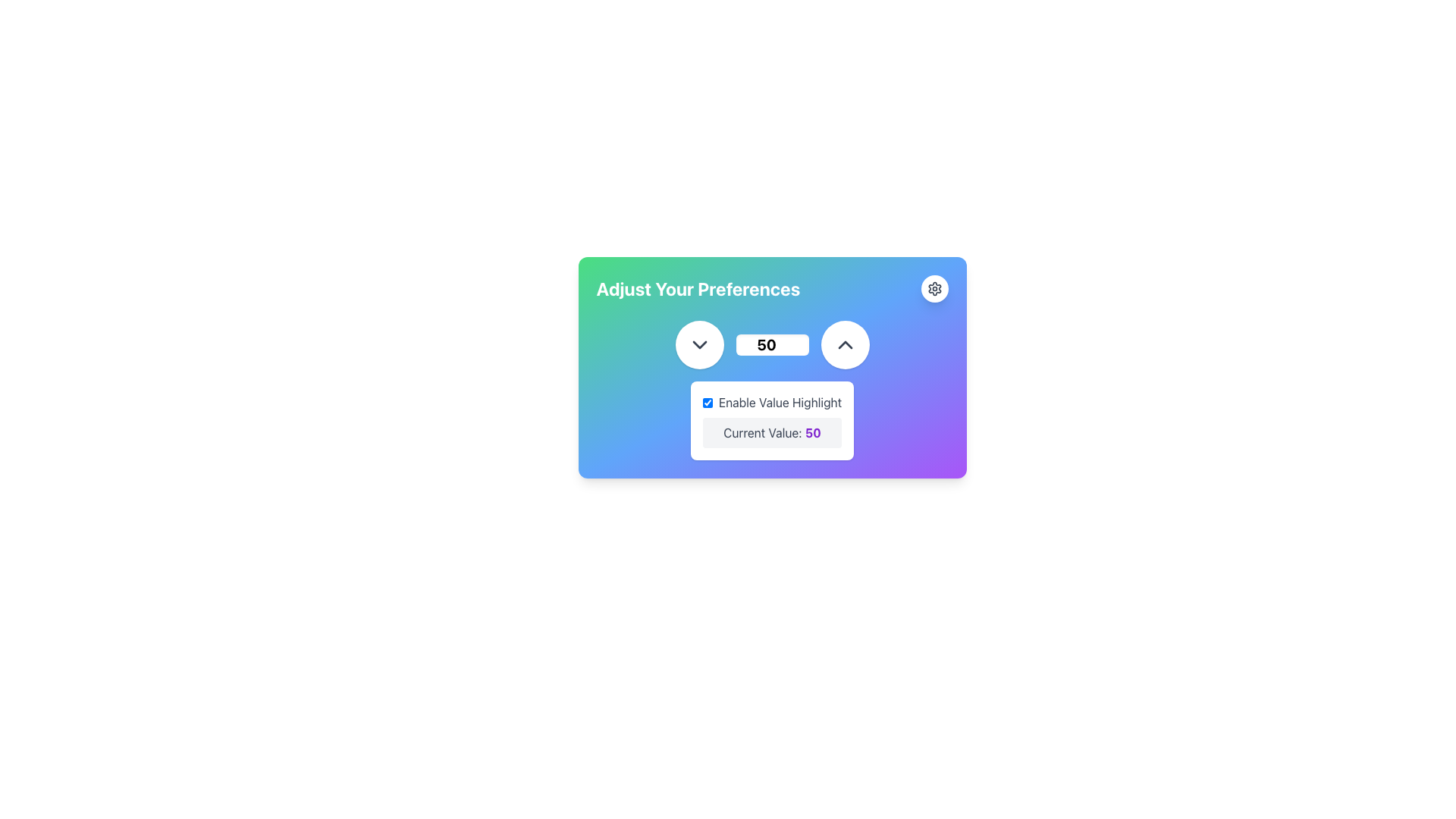 The width and height of the screenshot is (1456, 819). I want to click on the 'Enable Value Highlight' label next to the checkbox to get an explanation, so click(772, 402).